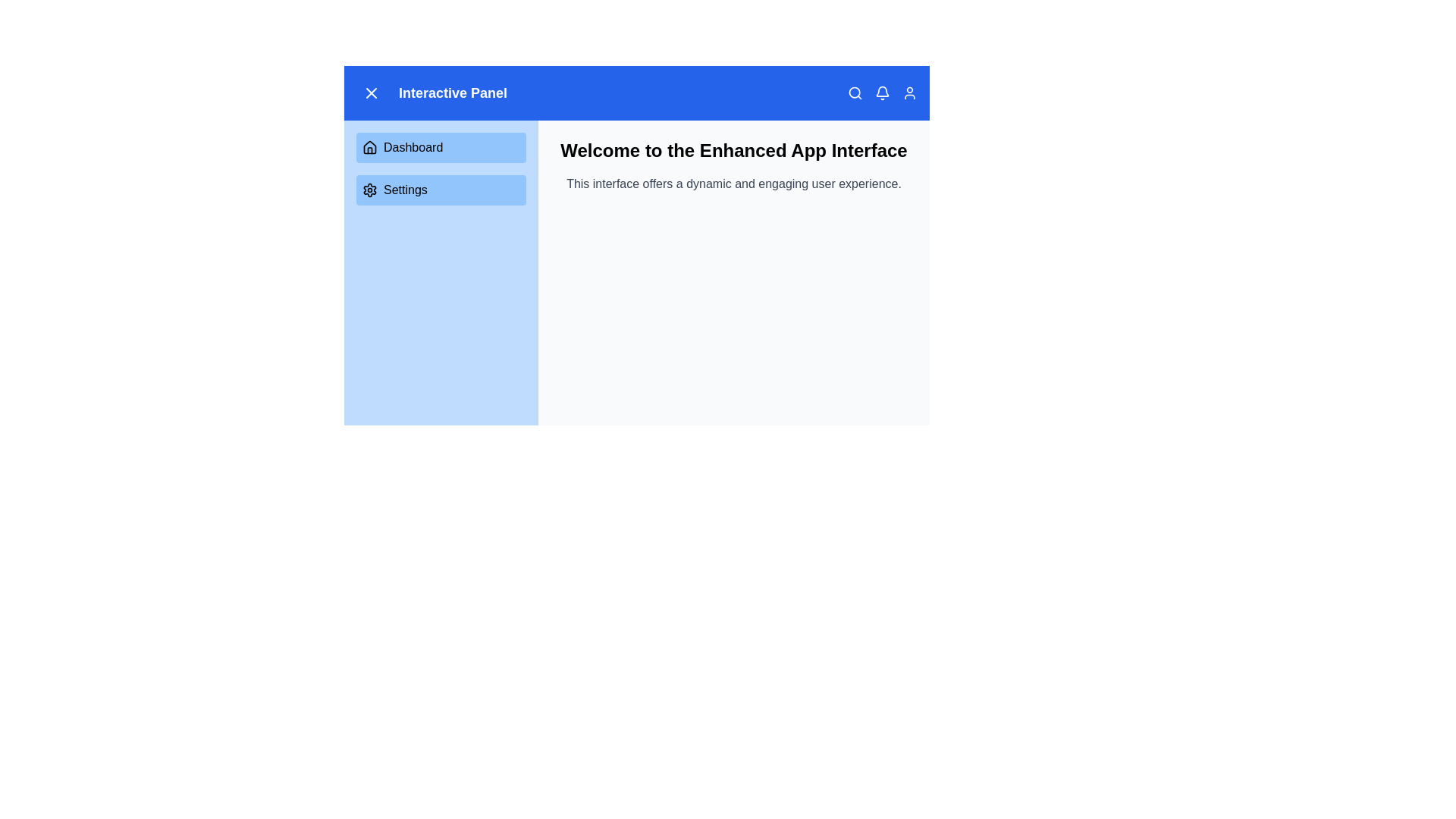  What do you see at coordinates (855, 93) in the screenshot?
I see `the decorative vector graphic component representing the lens of the search icon located at the top-right corner of the header bar` at bounding box center [855, 93].